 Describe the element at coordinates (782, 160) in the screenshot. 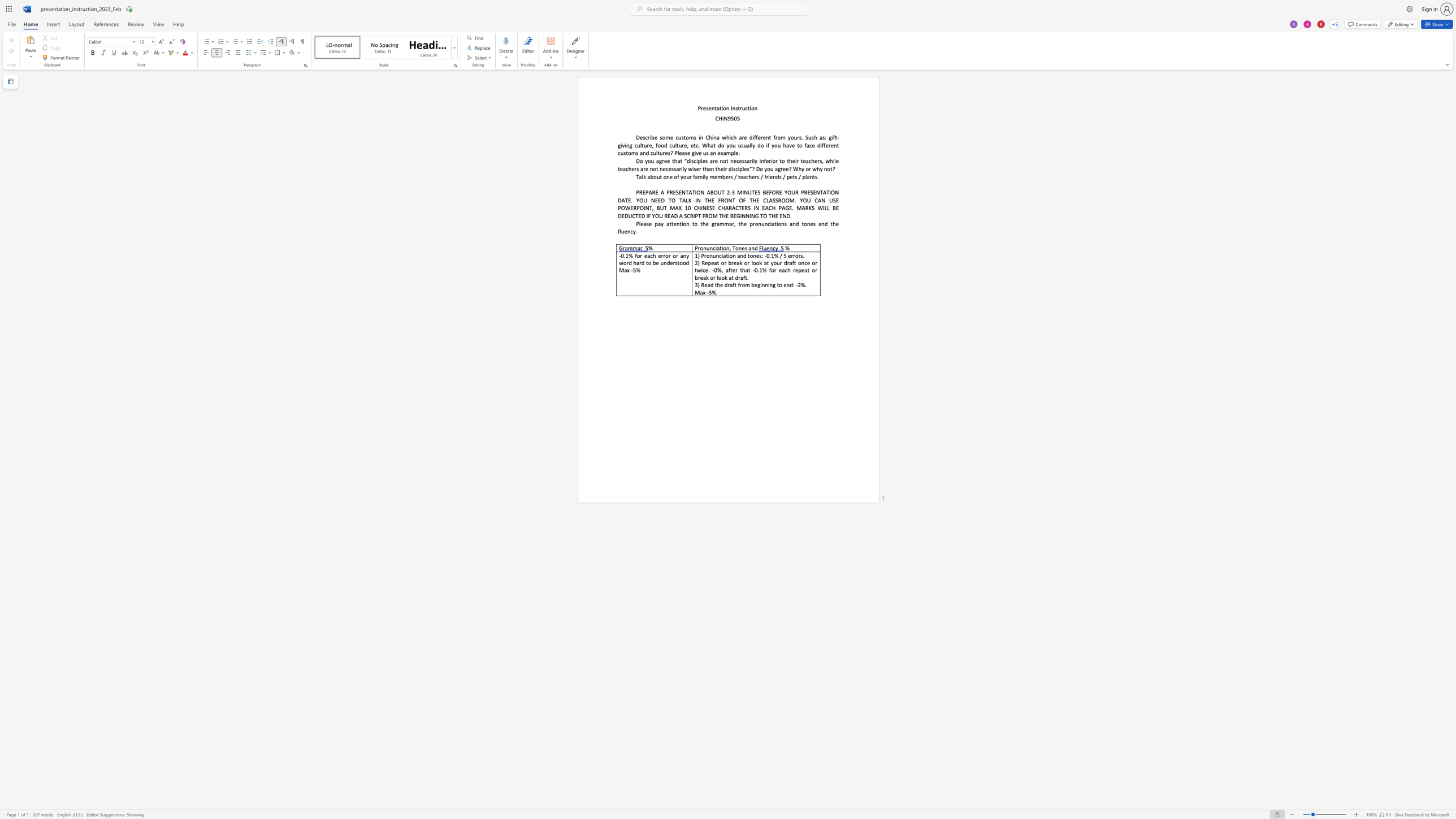

I see `the 5th character "o" in the text` at that location.